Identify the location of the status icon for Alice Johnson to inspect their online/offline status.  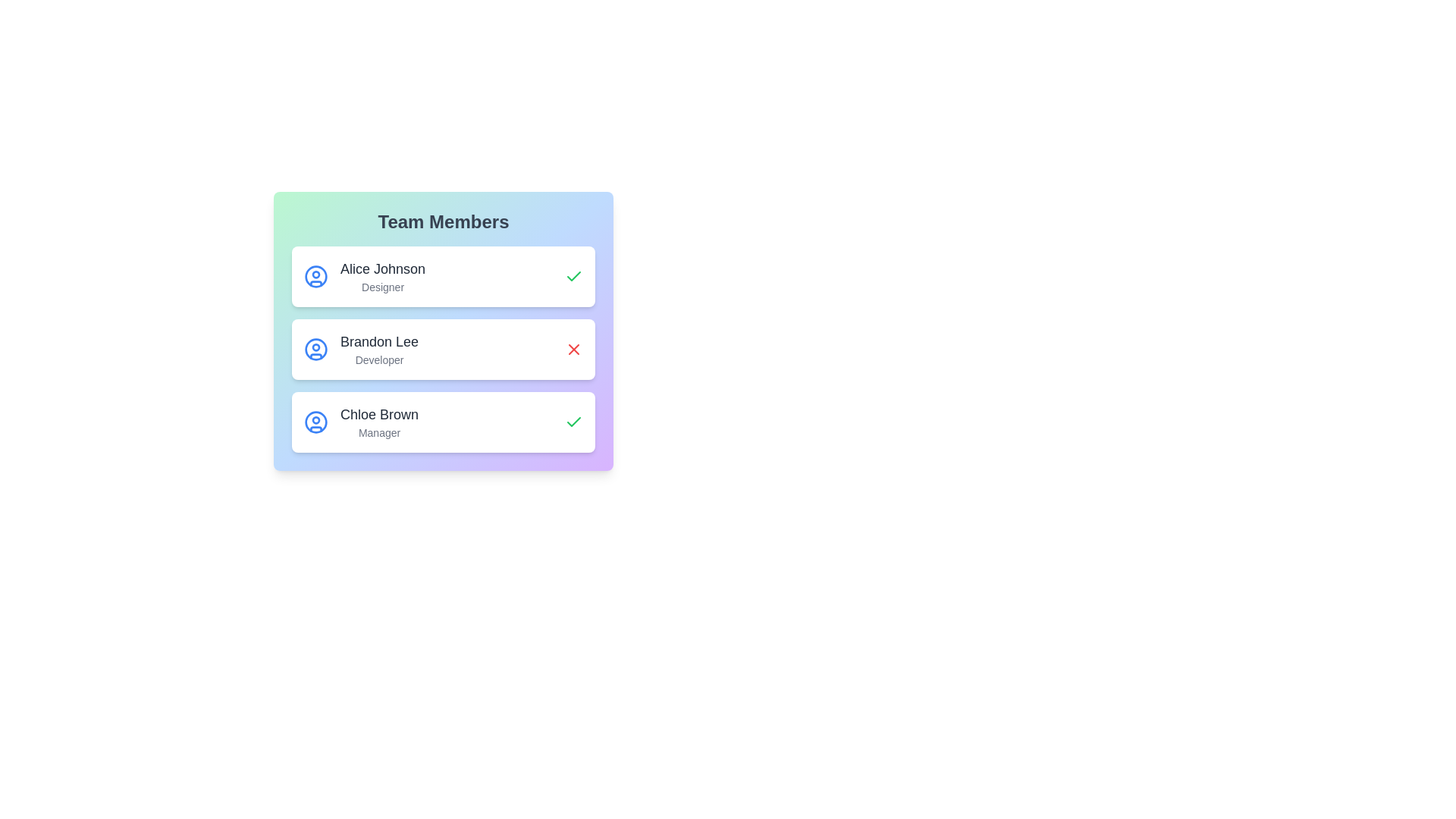
(573, 277).